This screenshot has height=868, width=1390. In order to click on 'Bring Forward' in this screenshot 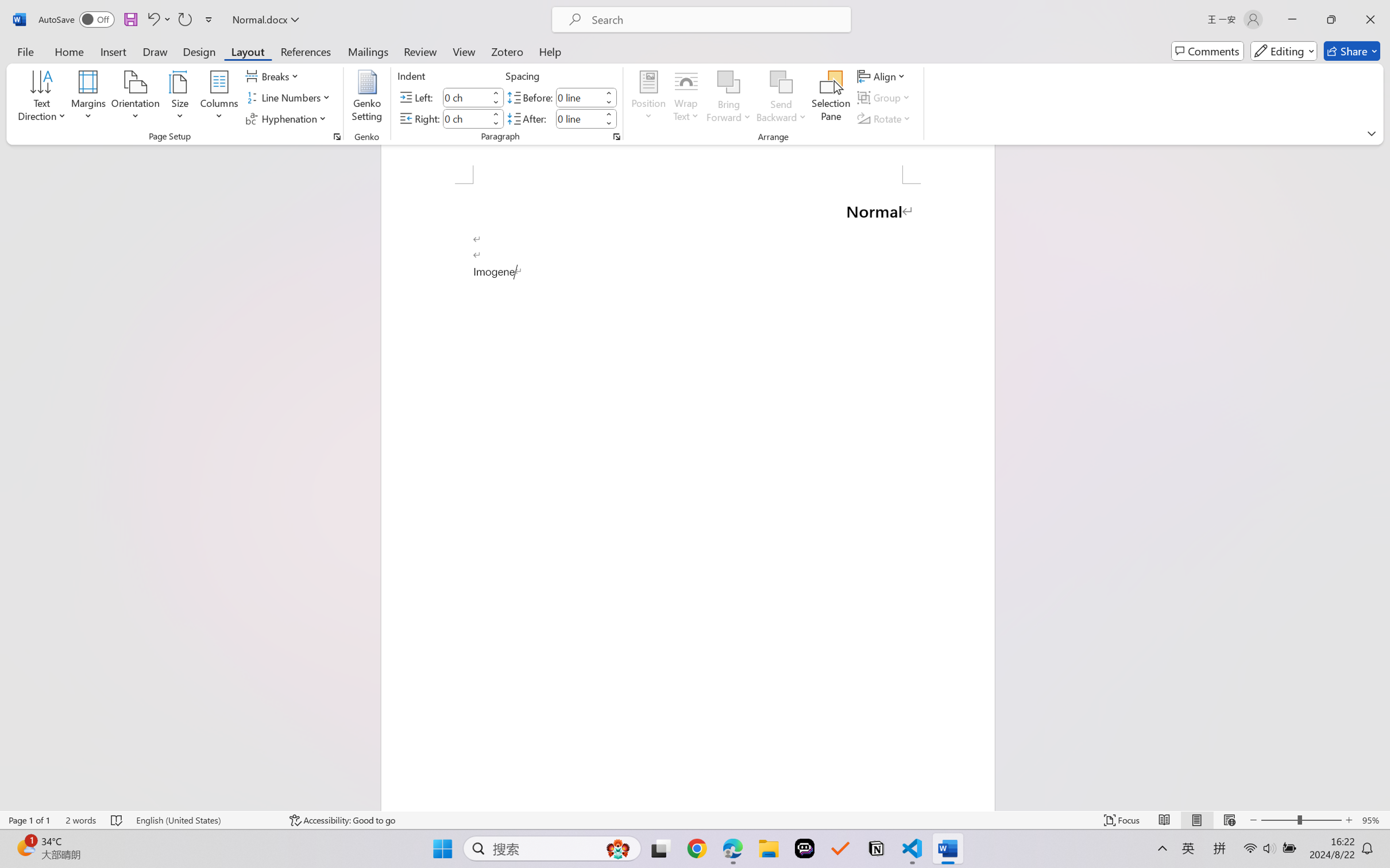, I will do `click(729, 82)`.